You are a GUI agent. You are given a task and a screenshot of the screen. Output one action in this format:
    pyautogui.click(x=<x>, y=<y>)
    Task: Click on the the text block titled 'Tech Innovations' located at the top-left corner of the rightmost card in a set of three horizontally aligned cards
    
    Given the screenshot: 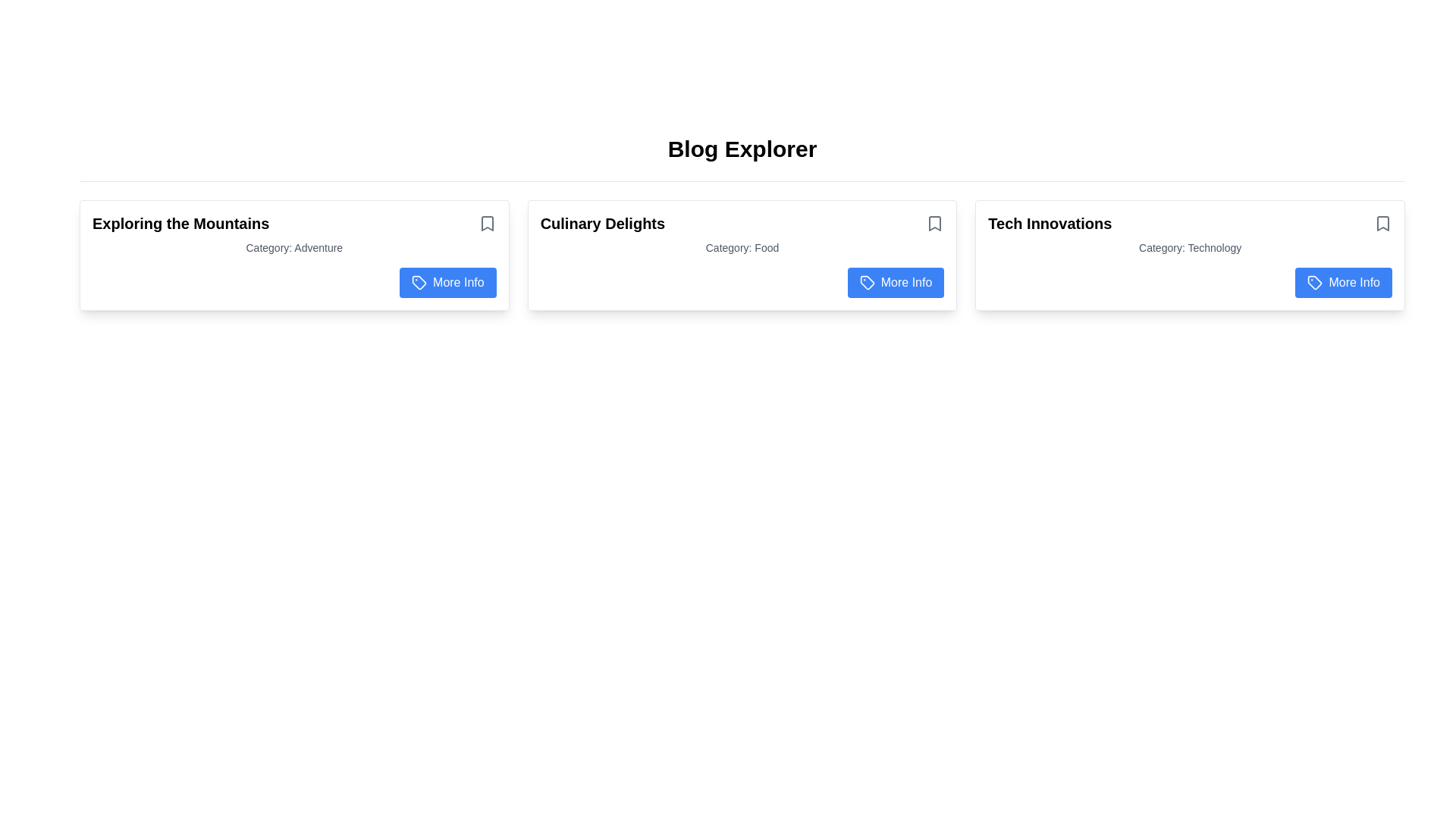 What is the action you would take?
    pyautogui.click(x=1049, y=223)
    